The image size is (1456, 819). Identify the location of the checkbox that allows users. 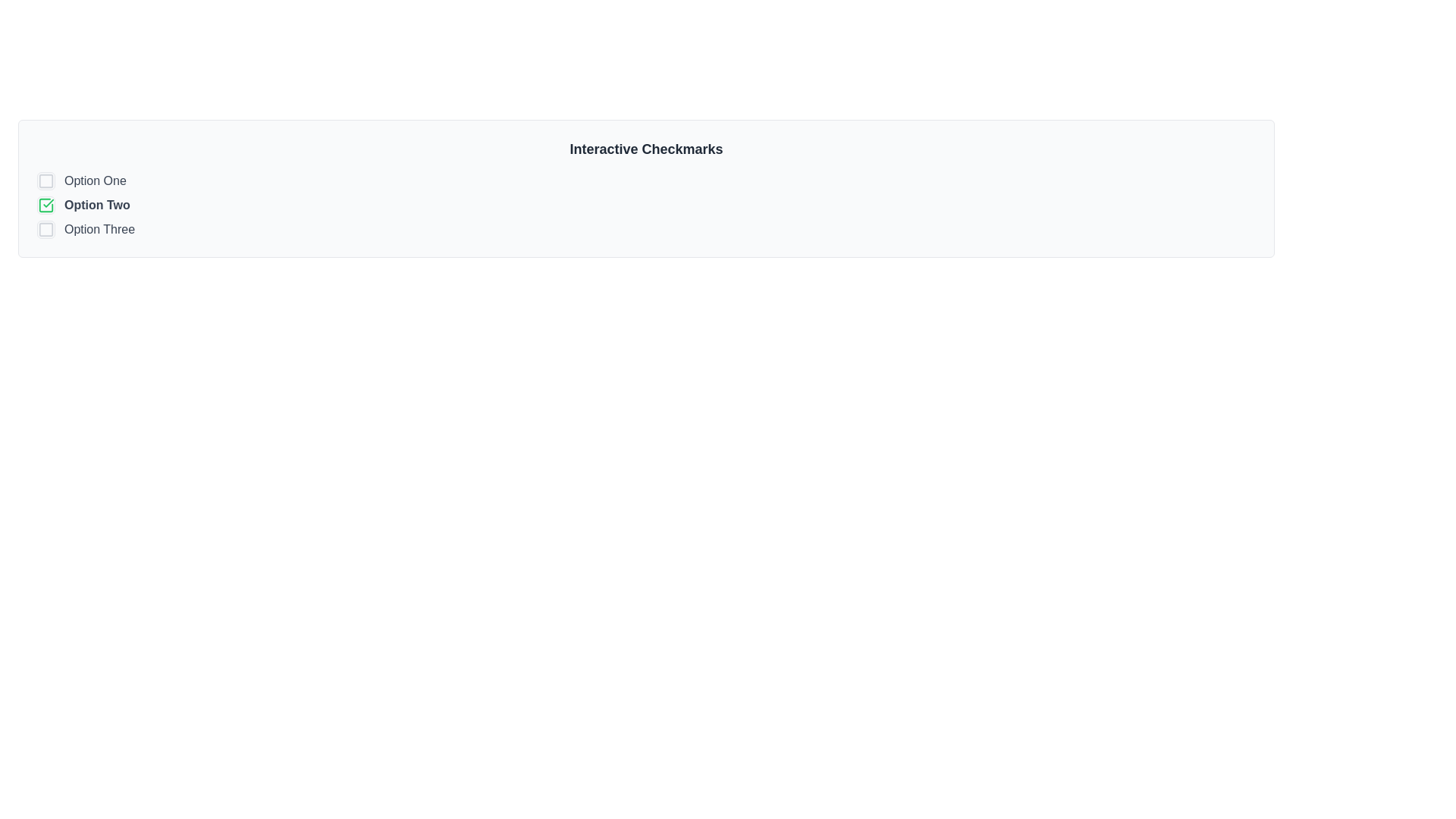
(46, 230).